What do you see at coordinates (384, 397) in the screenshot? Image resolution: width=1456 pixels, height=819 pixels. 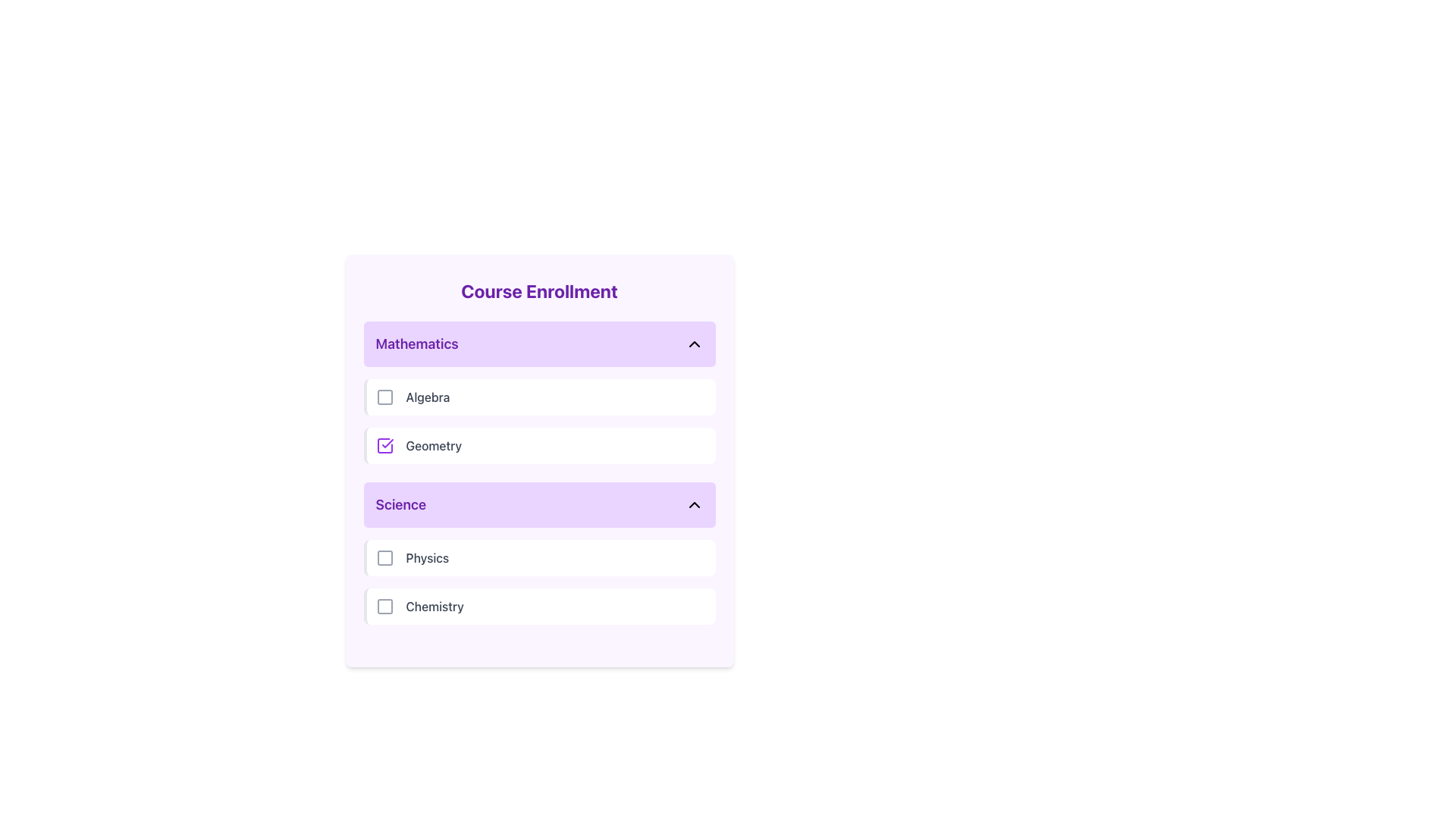 I see `the square-shaped icon with rounded corners, outlined in gray, located immediately to the left of the 'Algebra' text in the list of subjects under the 'Mathematics' category in the 'Course Enrollment' section` at bounding box center [384, 397].